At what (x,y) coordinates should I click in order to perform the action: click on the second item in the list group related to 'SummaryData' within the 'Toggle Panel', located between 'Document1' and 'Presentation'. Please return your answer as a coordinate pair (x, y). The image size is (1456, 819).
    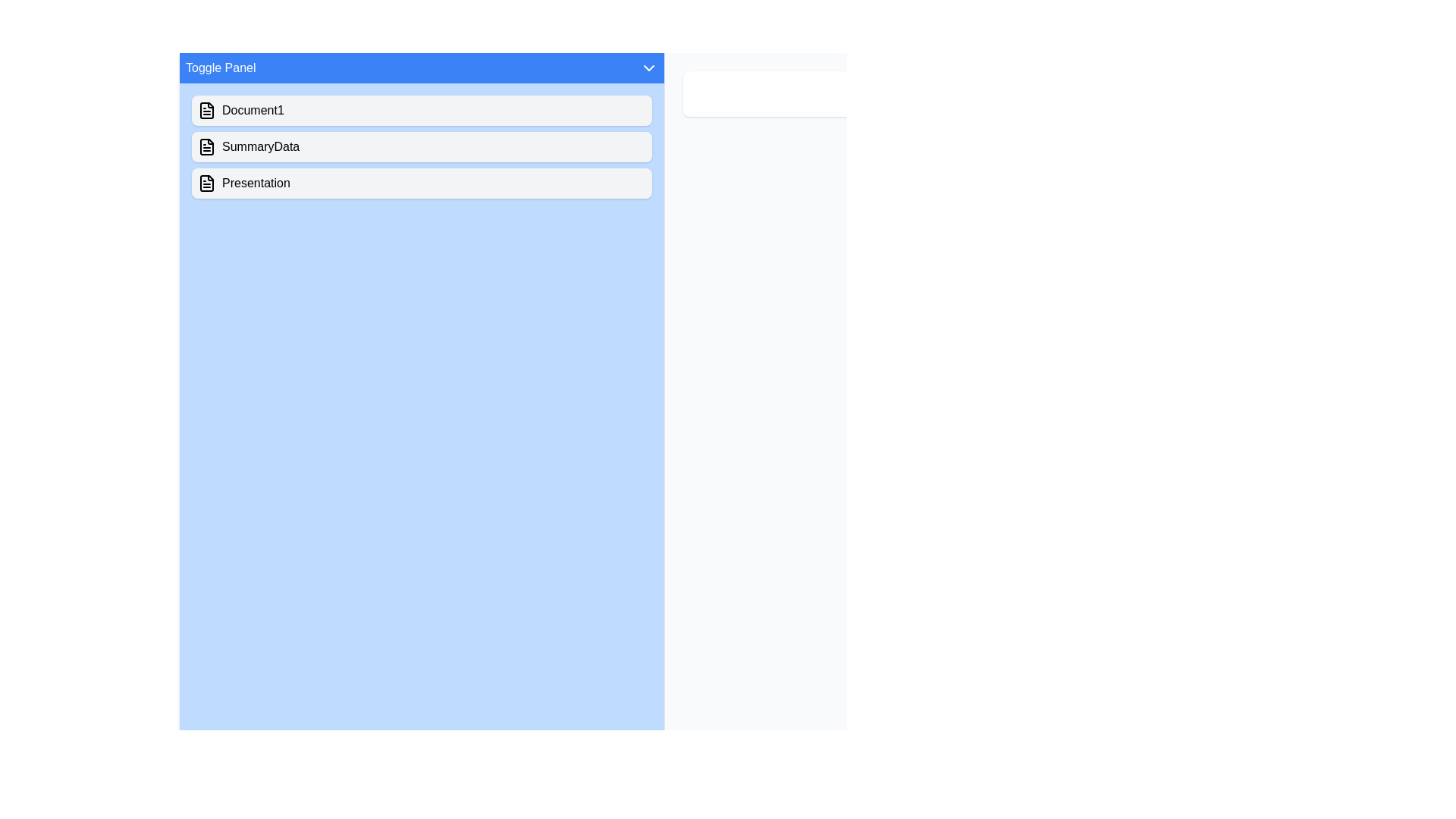
    Looking at the image, I should click on (422, 146).